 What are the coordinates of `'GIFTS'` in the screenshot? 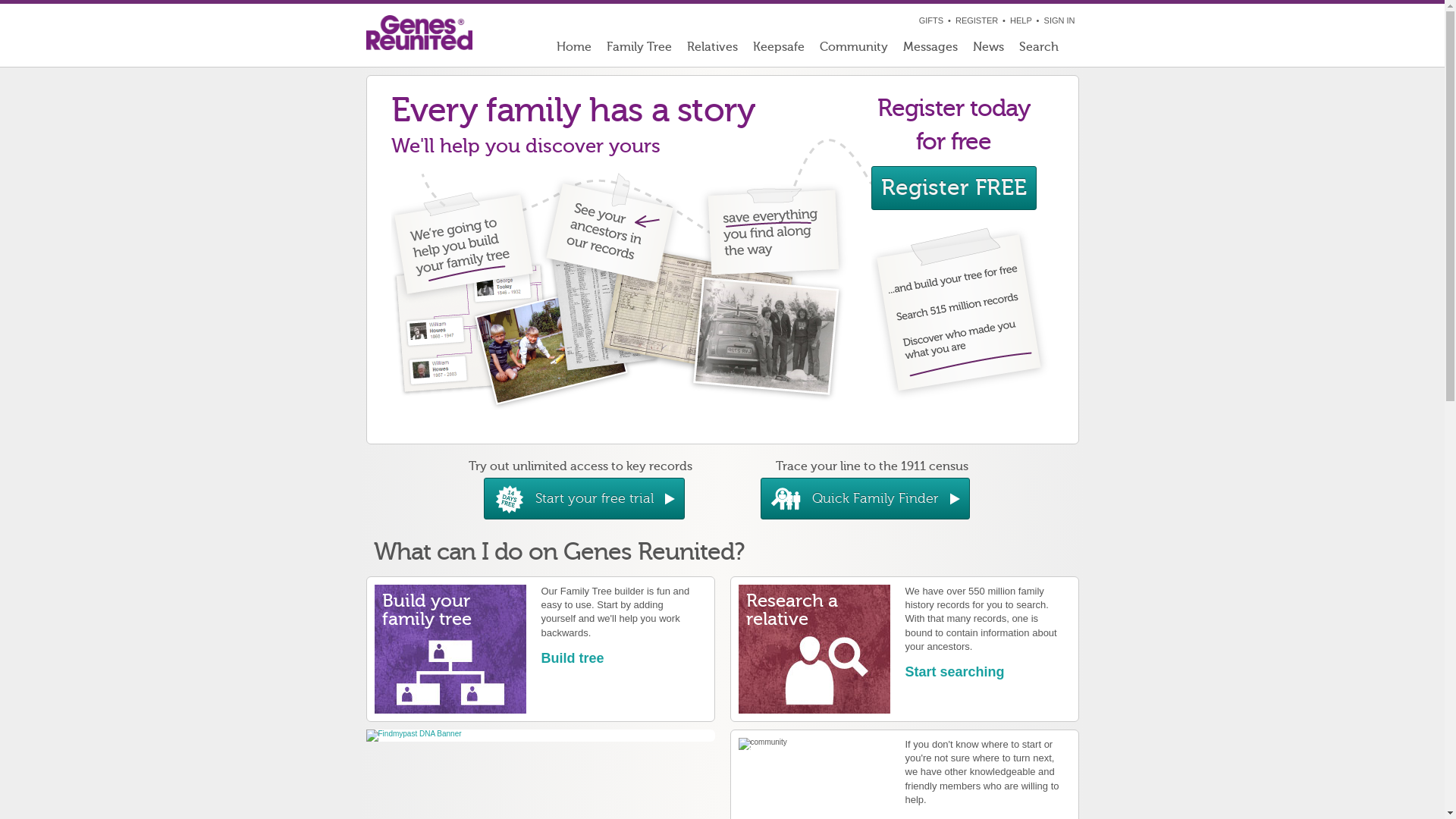 It's located at (930, 20).